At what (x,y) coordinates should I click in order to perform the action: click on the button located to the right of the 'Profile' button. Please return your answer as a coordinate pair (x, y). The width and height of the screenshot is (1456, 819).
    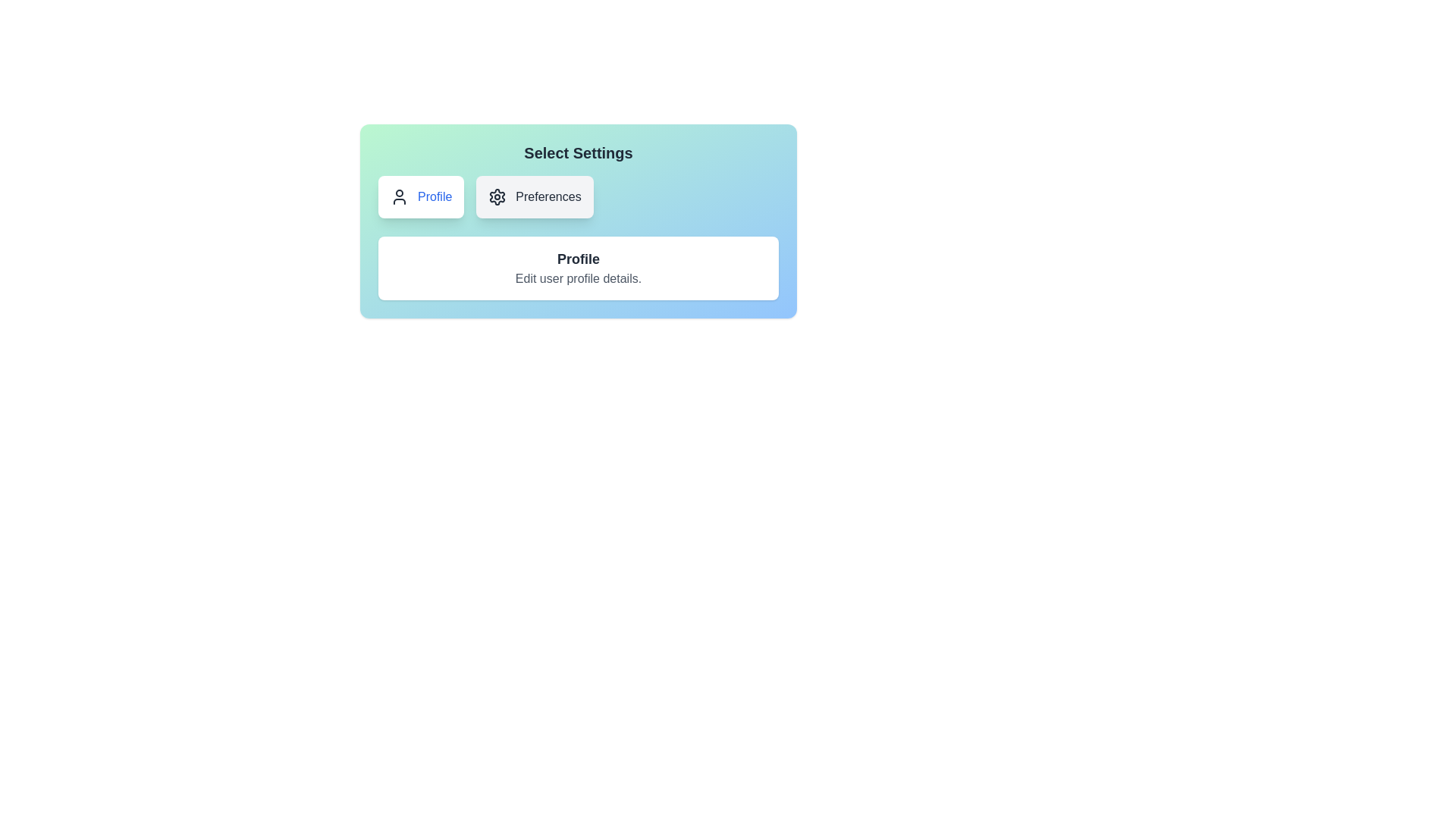
    Looking at the image, I should click on (535, 196).